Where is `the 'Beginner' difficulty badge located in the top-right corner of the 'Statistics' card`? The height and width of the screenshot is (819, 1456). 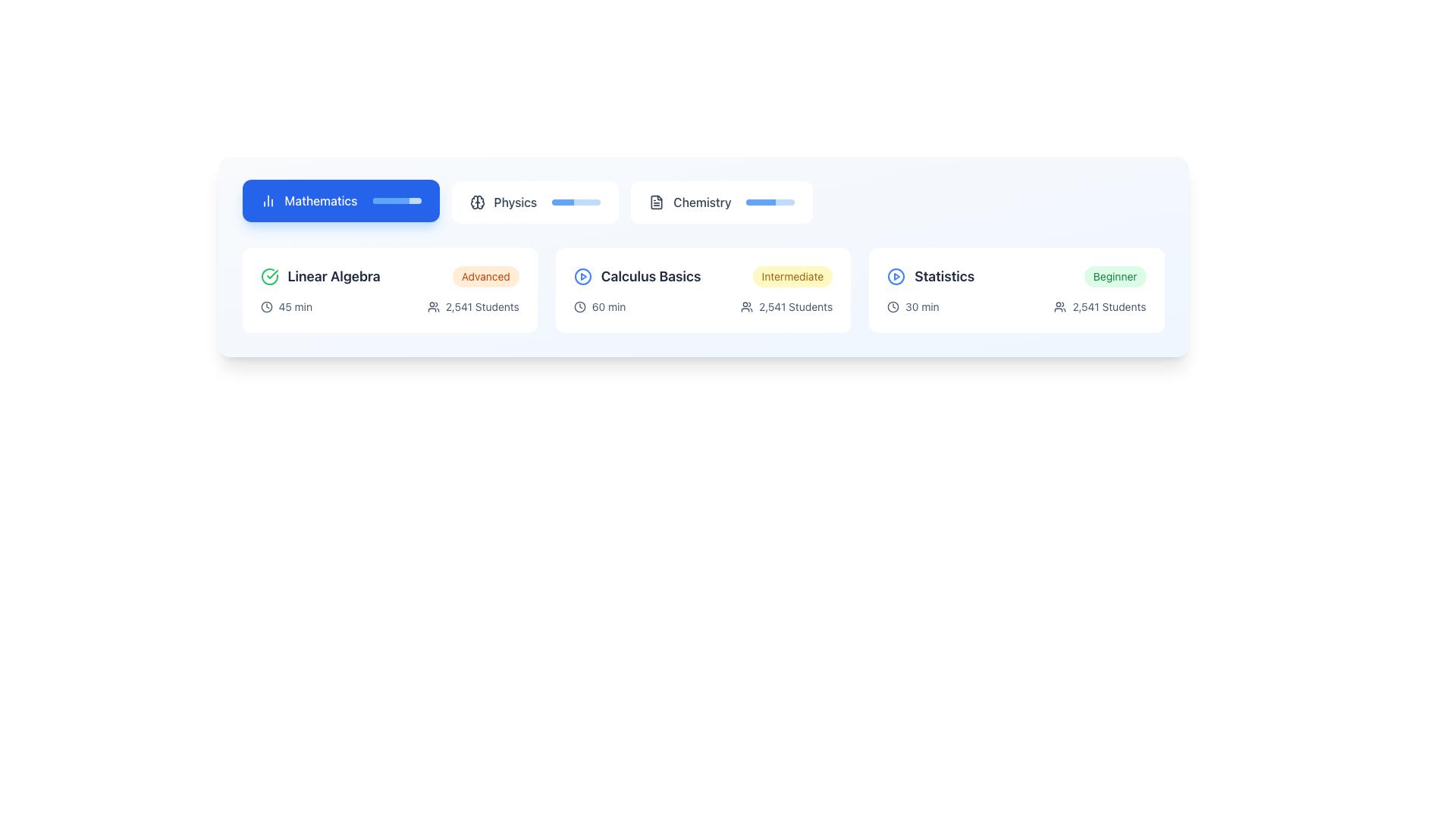 the 'Beginner' difficulty badge located in the top-right corner of the 'Statistics' card is located at coordinates (1115, 277).